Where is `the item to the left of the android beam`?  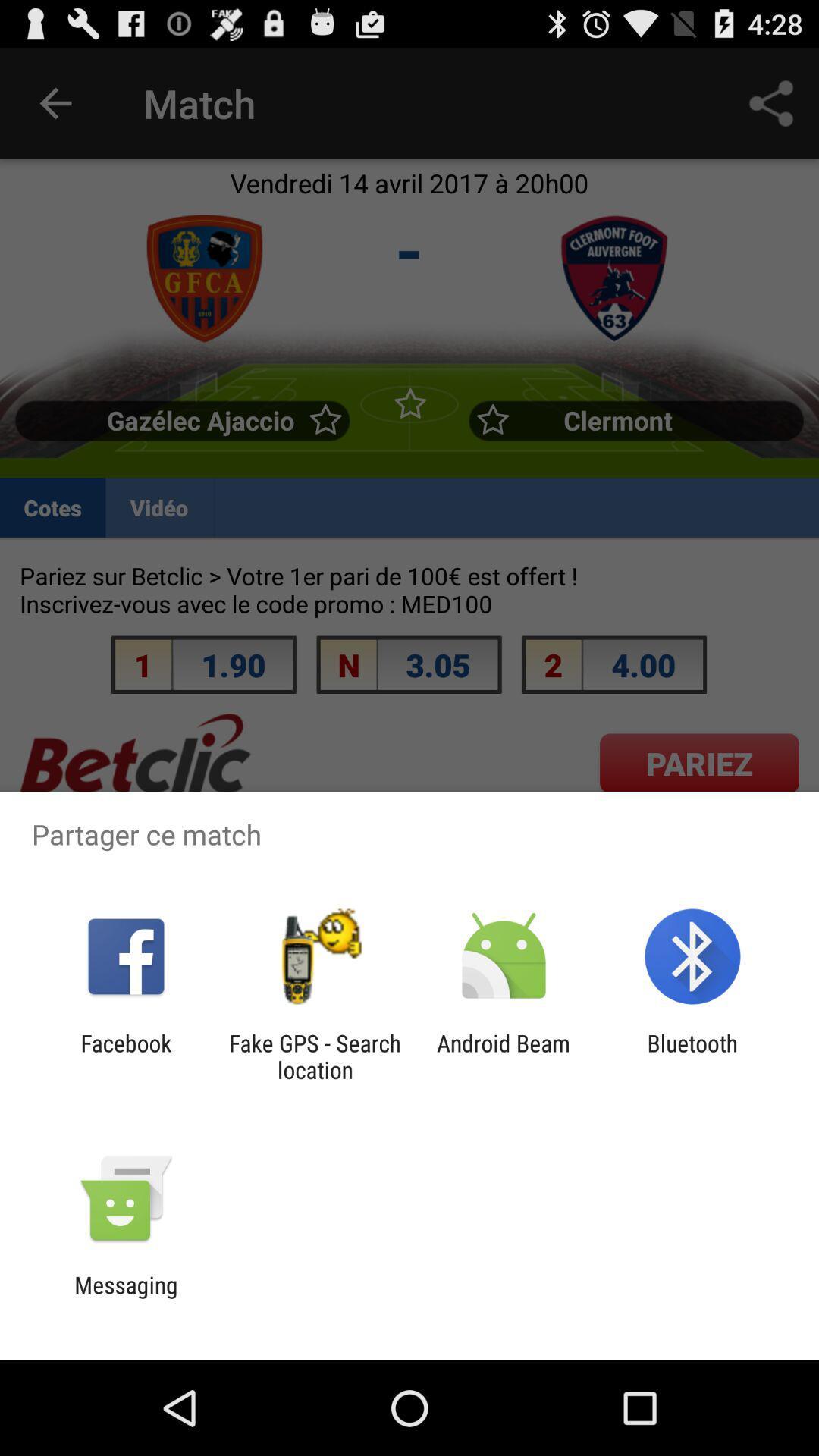 the item to the left of the android beam is located at coordinates (314, 1056).